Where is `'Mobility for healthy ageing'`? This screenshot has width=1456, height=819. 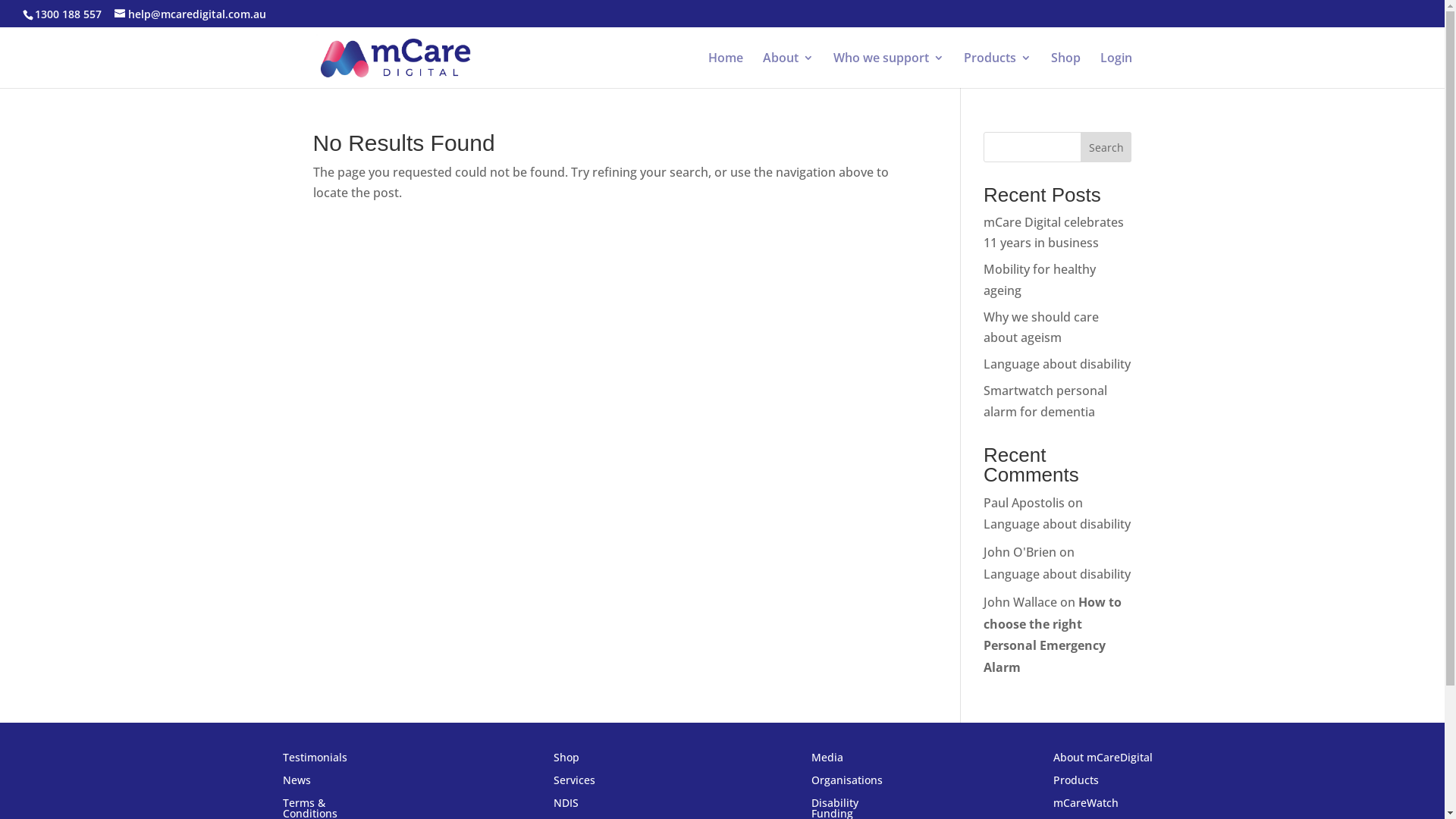
'Mobility for healthy ageing' is located at coordinates (1039, 279).